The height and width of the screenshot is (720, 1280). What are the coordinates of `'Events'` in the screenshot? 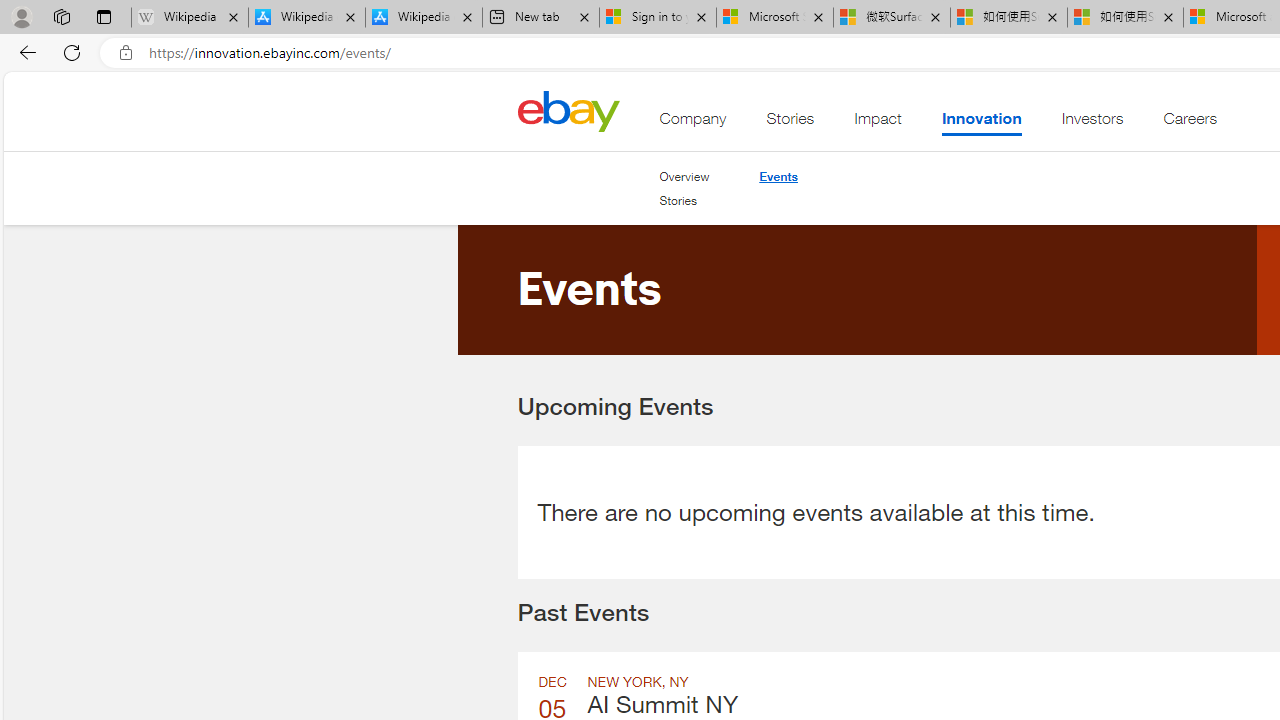 It's located at (777, 175).